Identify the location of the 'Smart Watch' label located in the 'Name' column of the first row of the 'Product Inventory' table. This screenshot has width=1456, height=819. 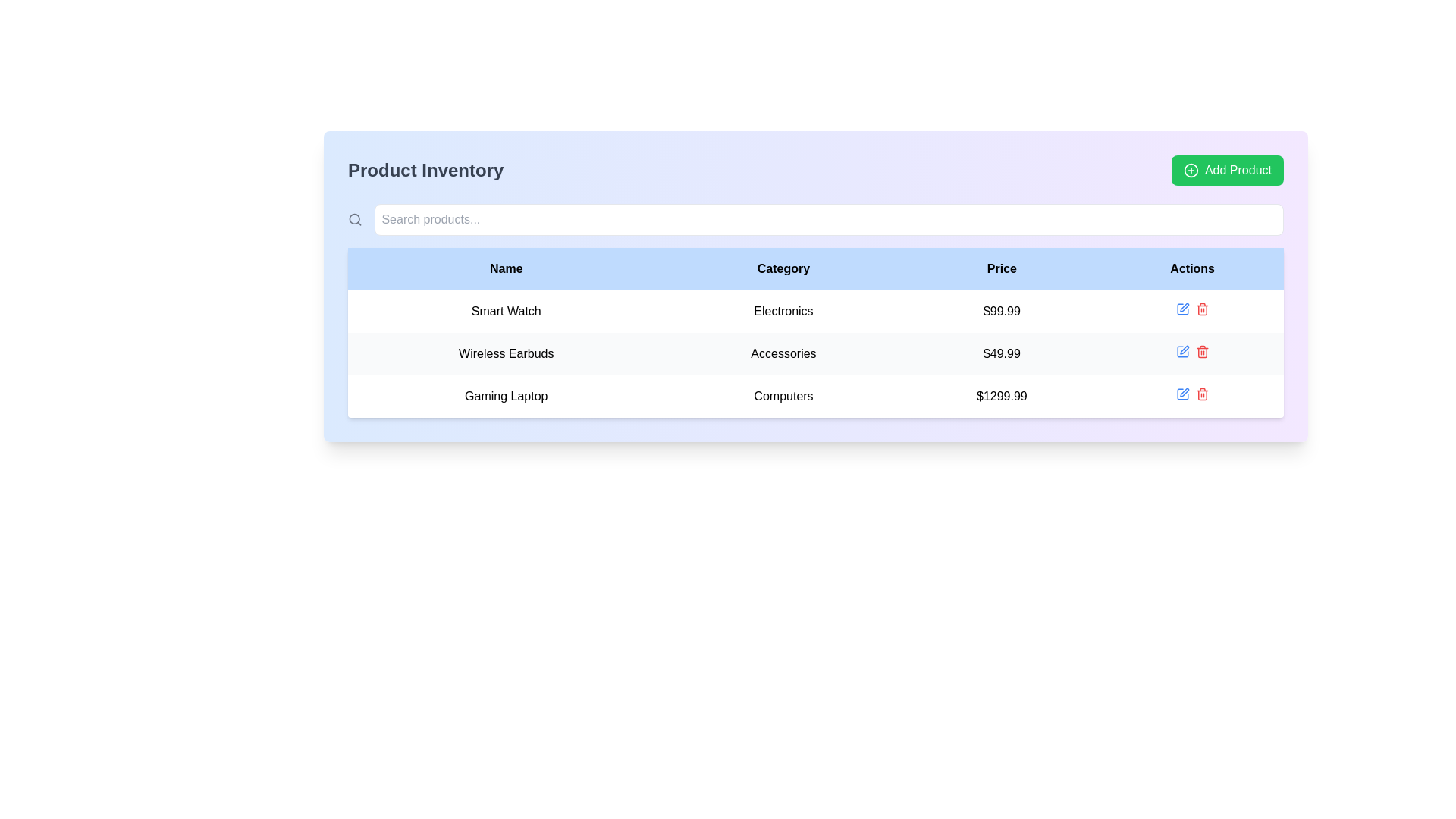
(506, 311).